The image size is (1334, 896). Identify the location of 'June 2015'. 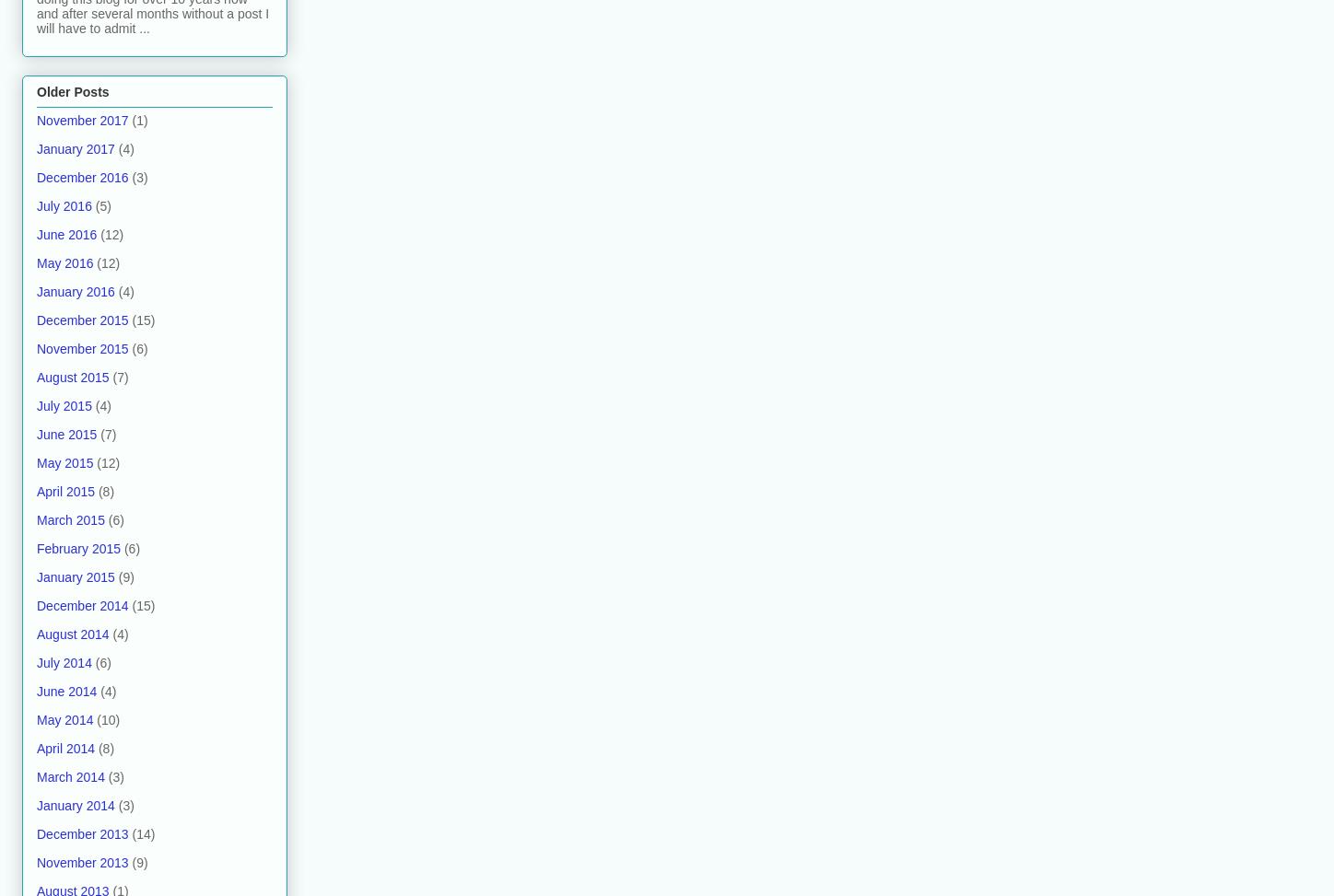
(66, 434).